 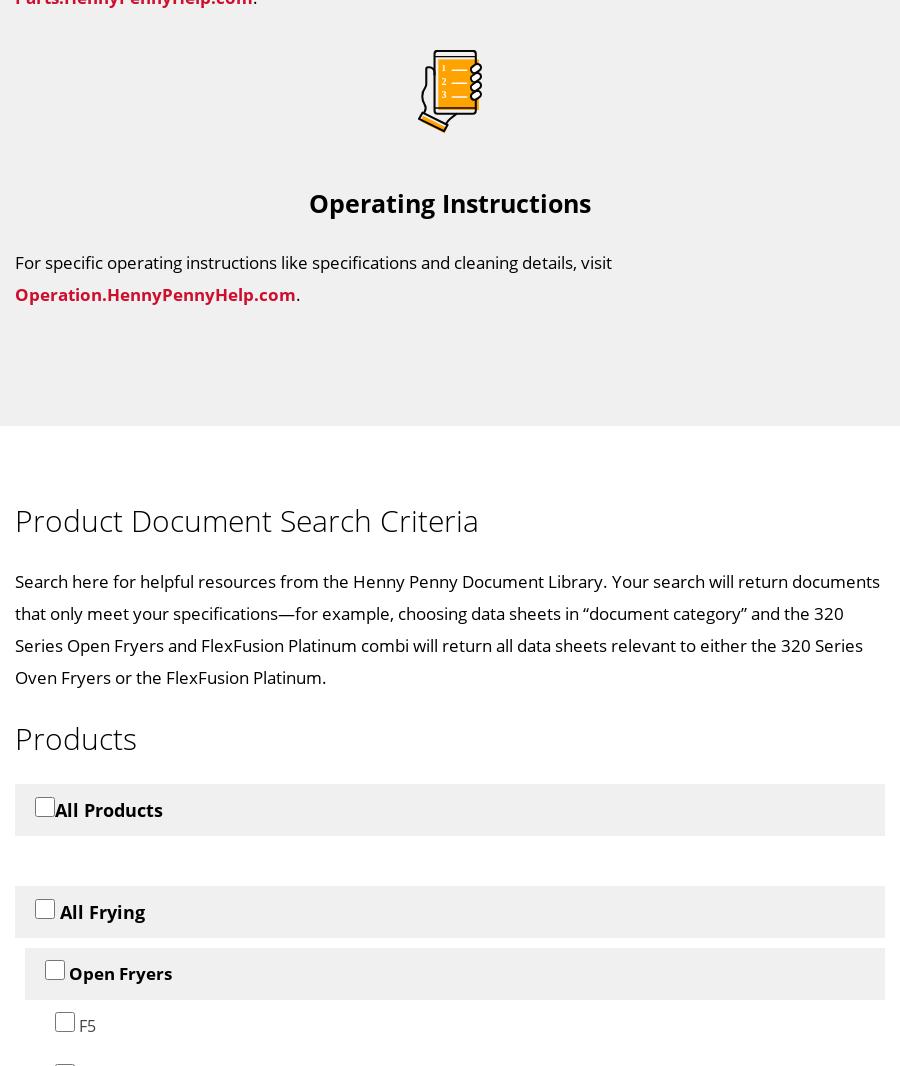 I want to click on '.', so click(x=297, y=293).